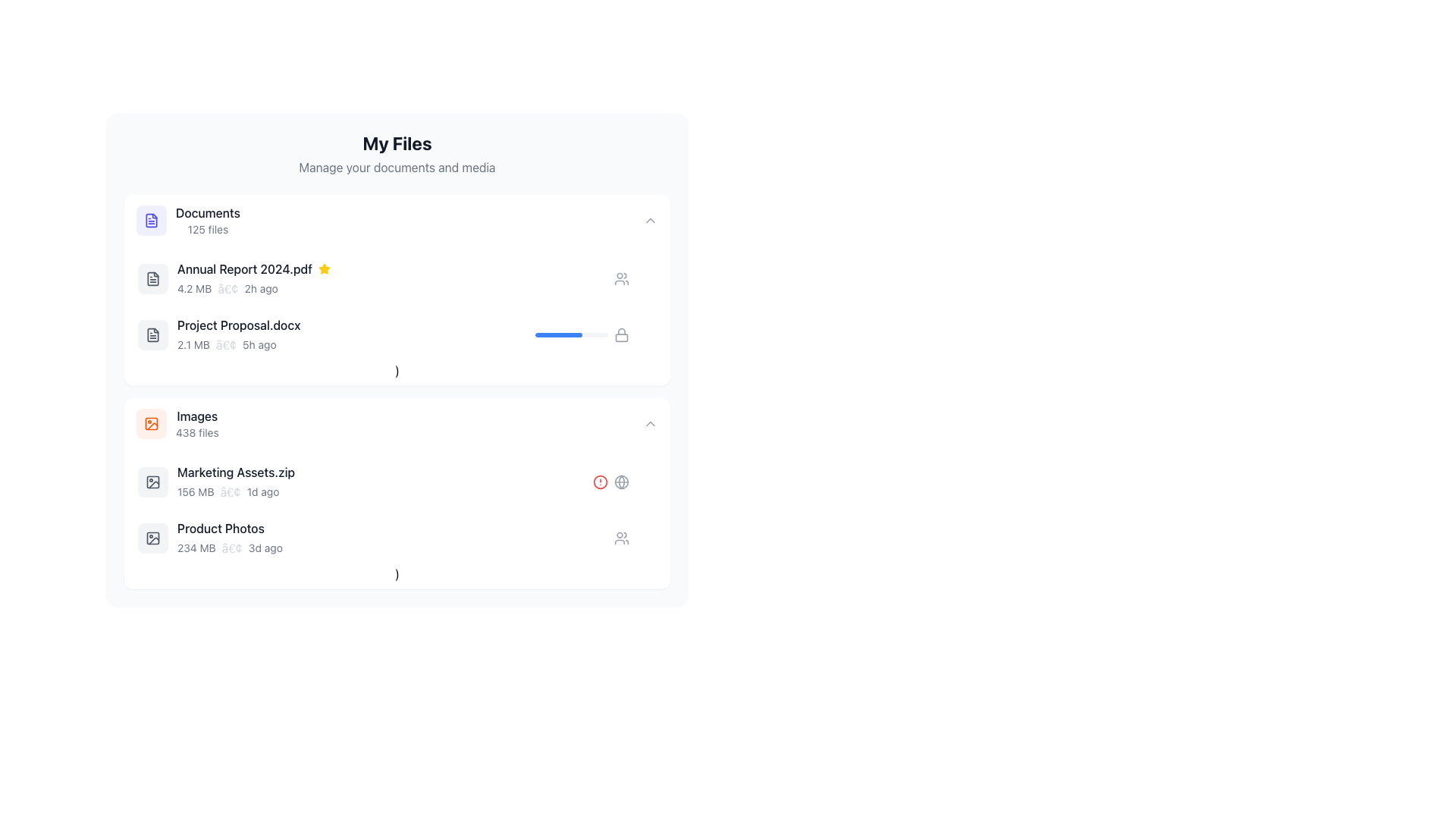 The width and height of the screenshot is (1456, 819). What do you see at coordinates (622, 482) in the screenshot?
I see `the curved line or arc element that is part of the globe representation next to the 'Marketing Assets.zip' file entry` at bounding box center [622, 482].